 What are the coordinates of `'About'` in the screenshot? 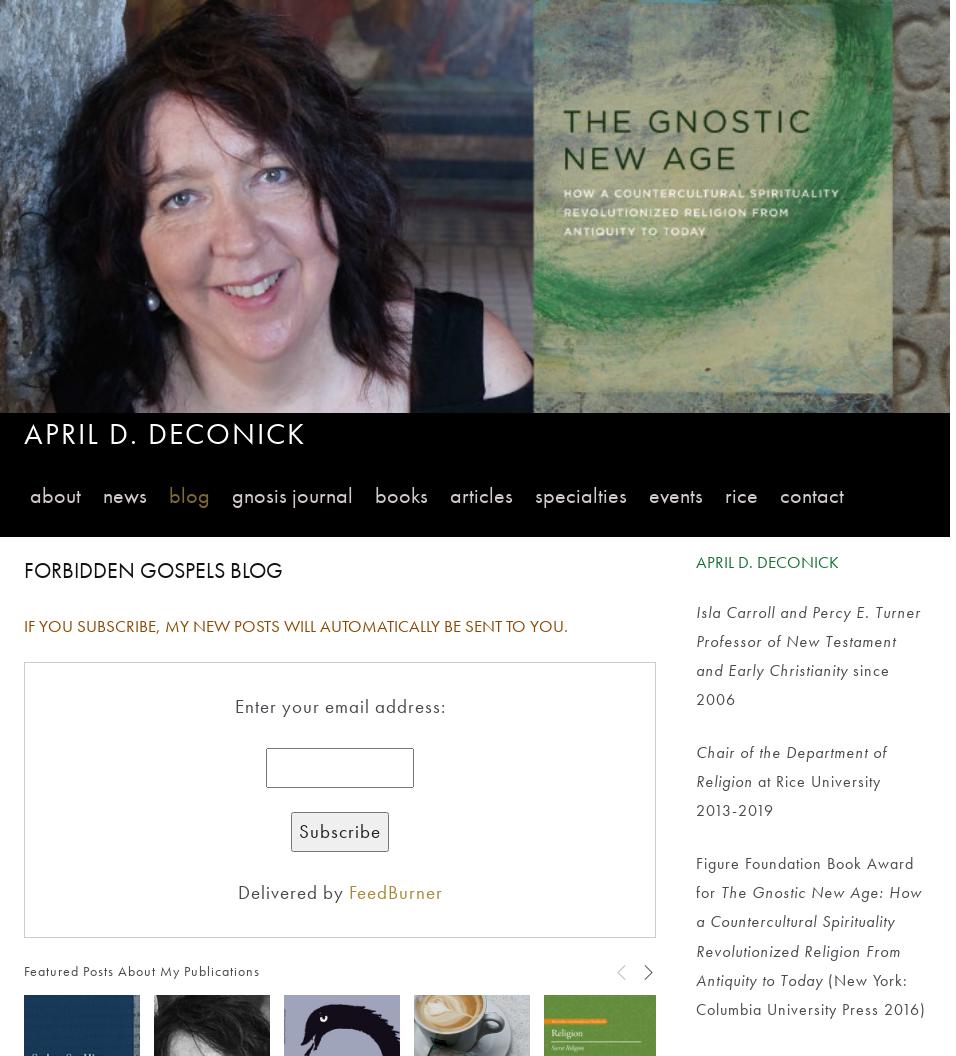 It's located at (54, 493).